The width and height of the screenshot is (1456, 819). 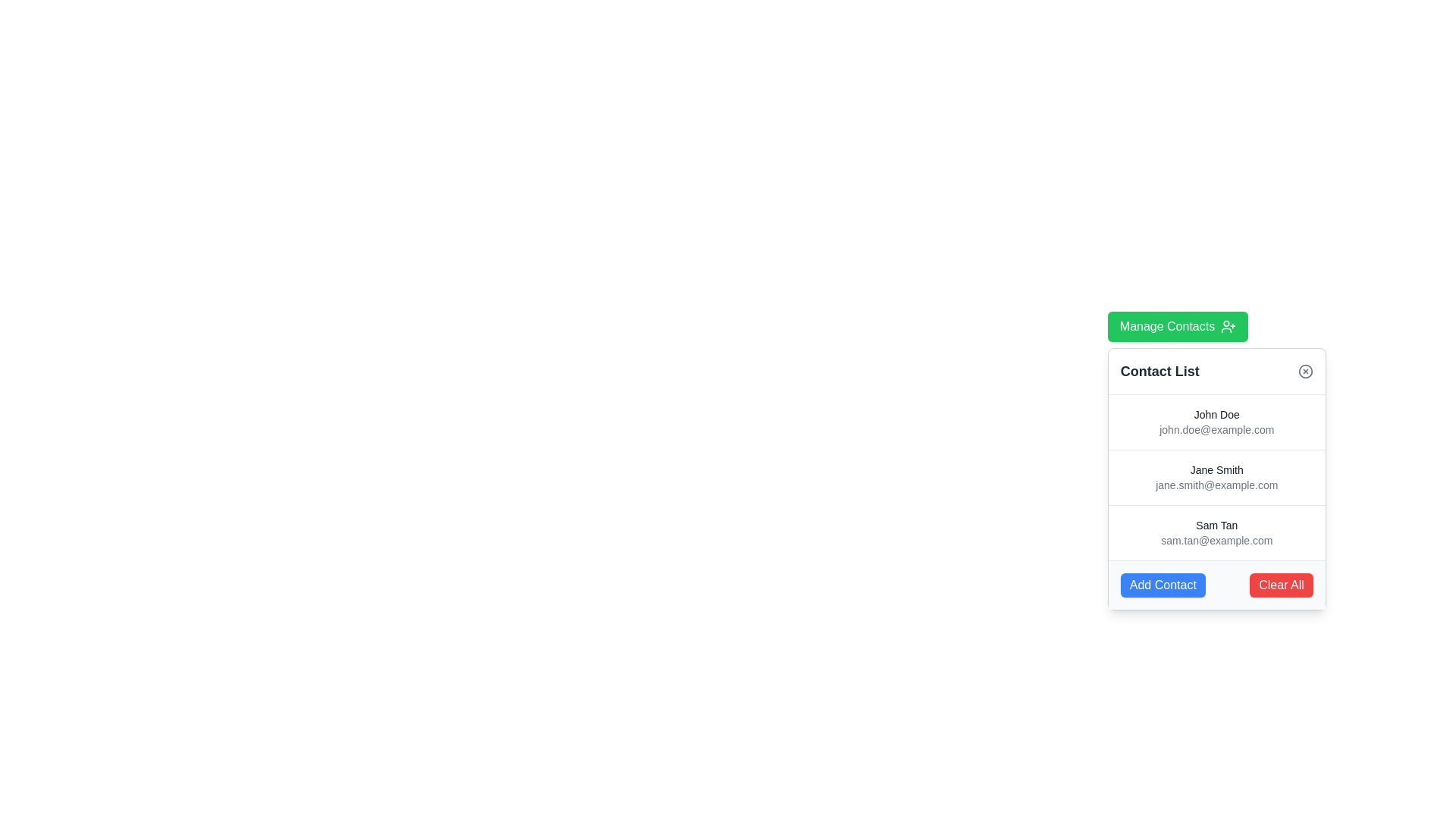 I want to click on displayed name 'Jane Smith' from the Text Label in the Contact List panel, which is prominently styled in bold black font on a white background, so click(x=1216, y=469).